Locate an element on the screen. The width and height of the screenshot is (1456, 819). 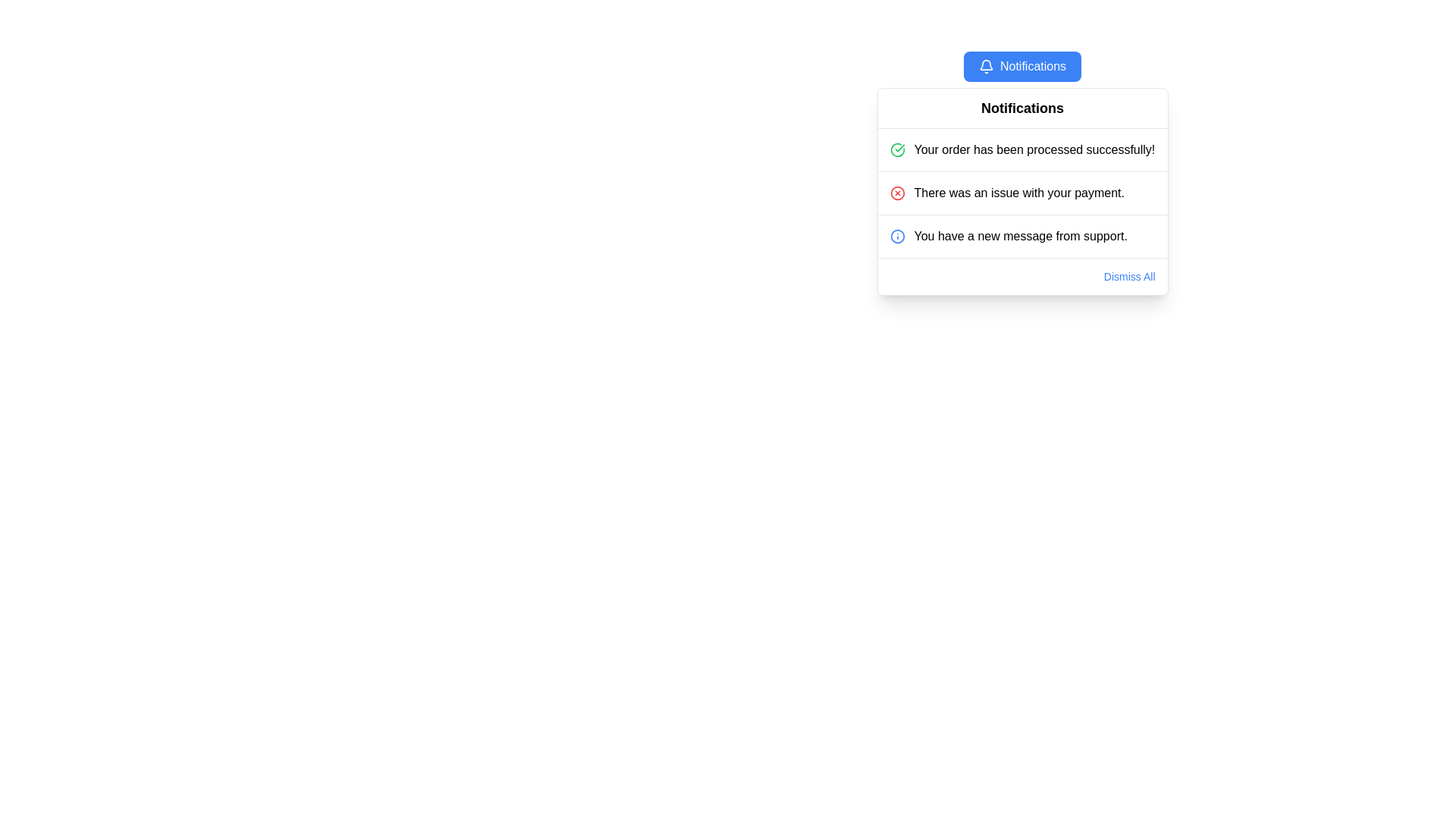
text content of the notification label indicating a new message from support, located at the bottom of the notification panel in the third row is located at coordinates (1021, 237).